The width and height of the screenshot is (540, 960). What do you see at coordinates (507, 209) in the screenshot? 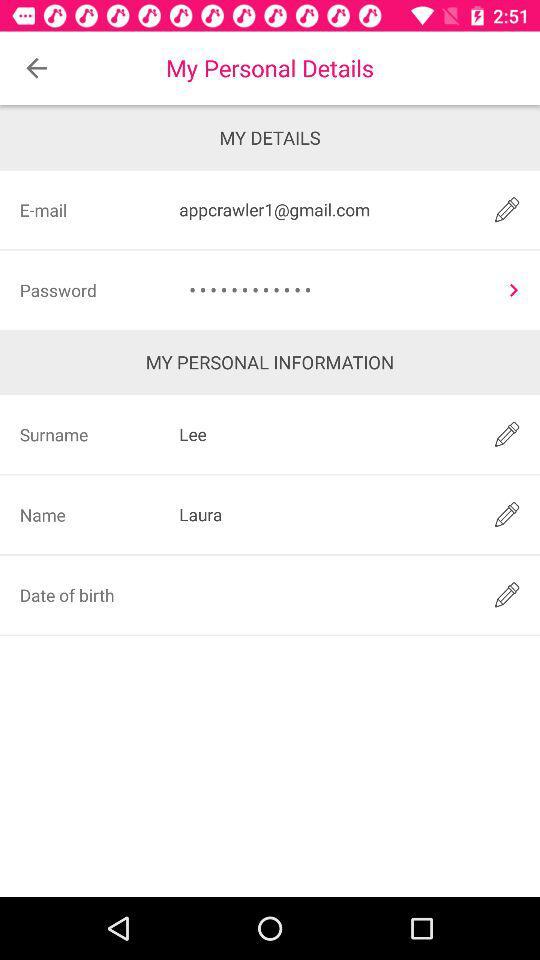
I see `edit email` at bounding box center [507, 209].